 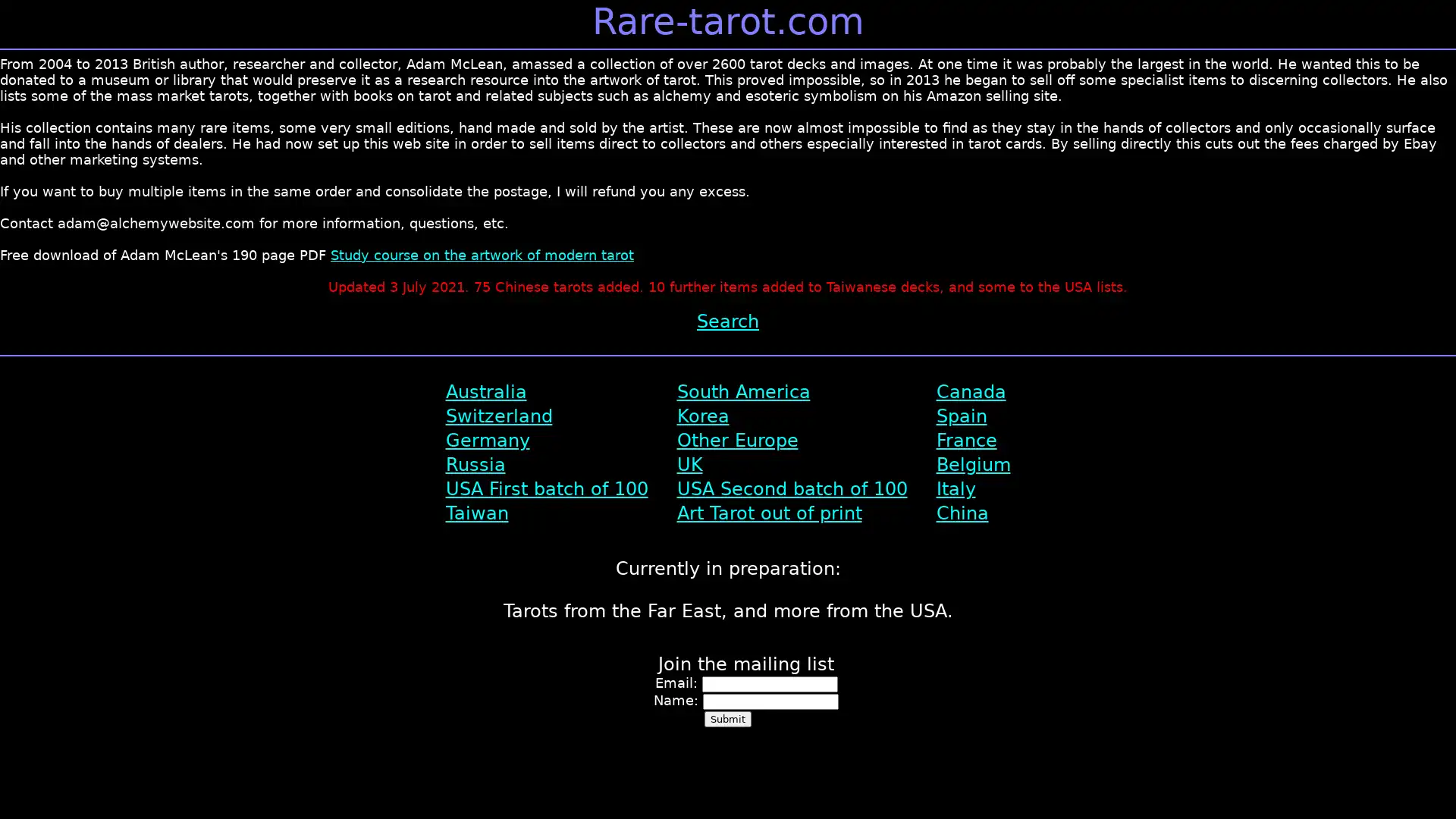 What do you see at coordinates (728, 718) in the screenshot?
I see `Submit` at bounding box center [728, 718].